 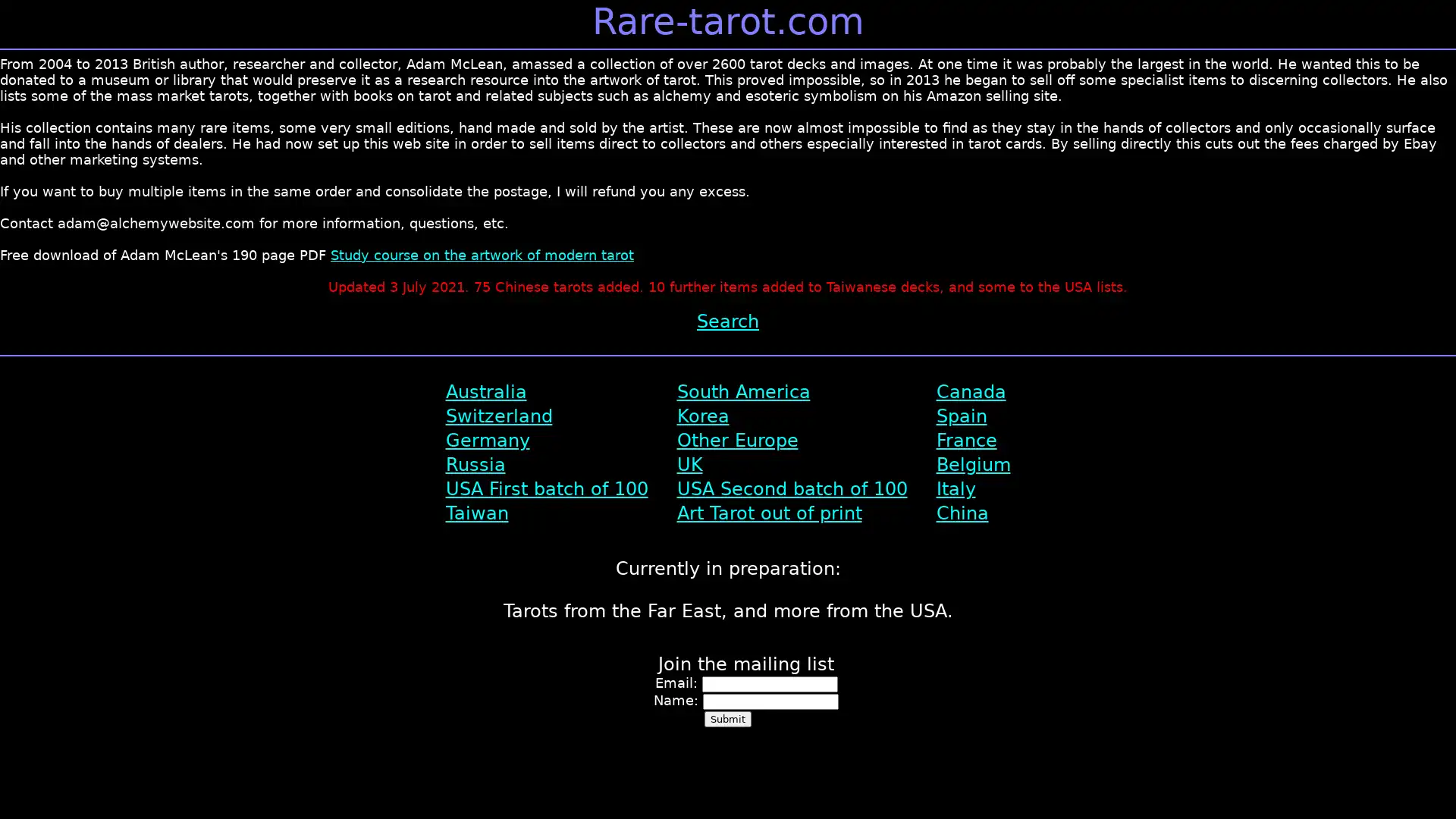 What do you see at coordinates (728, 718) in the screenshot?
I see `Submit` at bounding box center [728, 718].